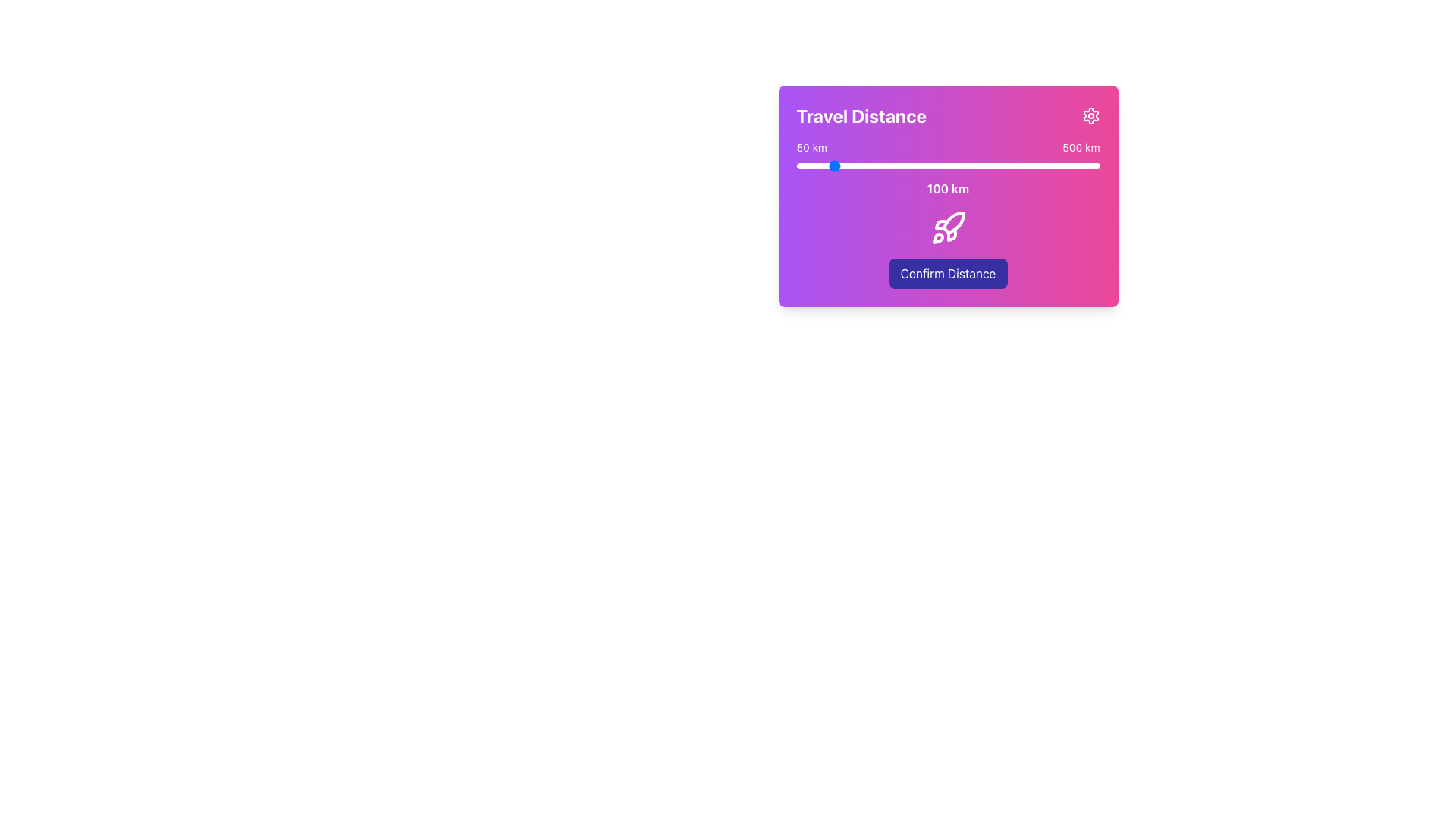  I want to click on the static label '50 km' which indicates the minimum value of a range on a horizontal slider, located in the top-right quadrant of the interface, so click(811, 148).